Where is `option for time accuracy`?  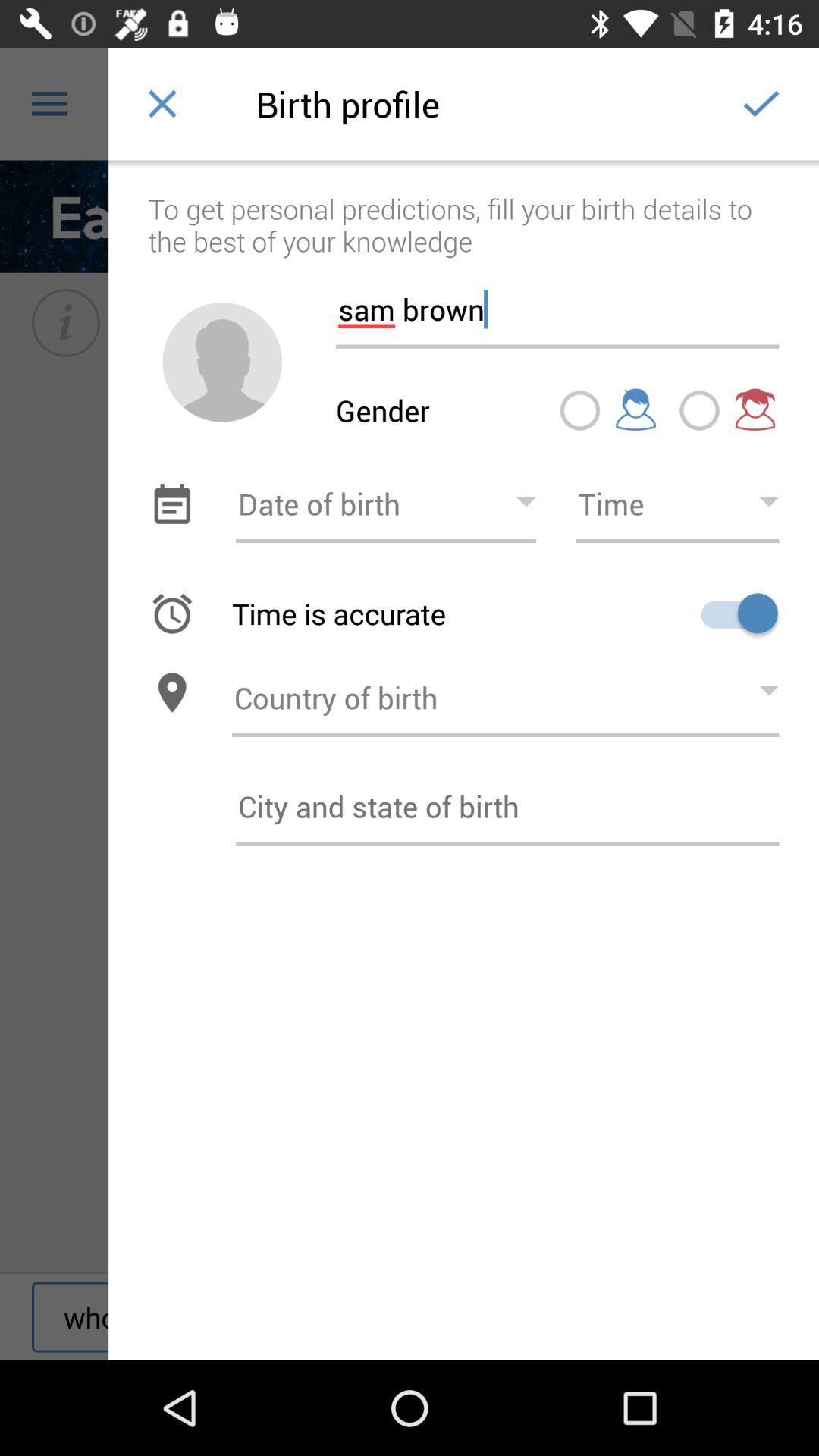
option for time accuracy is located at coordinates (733, 613).